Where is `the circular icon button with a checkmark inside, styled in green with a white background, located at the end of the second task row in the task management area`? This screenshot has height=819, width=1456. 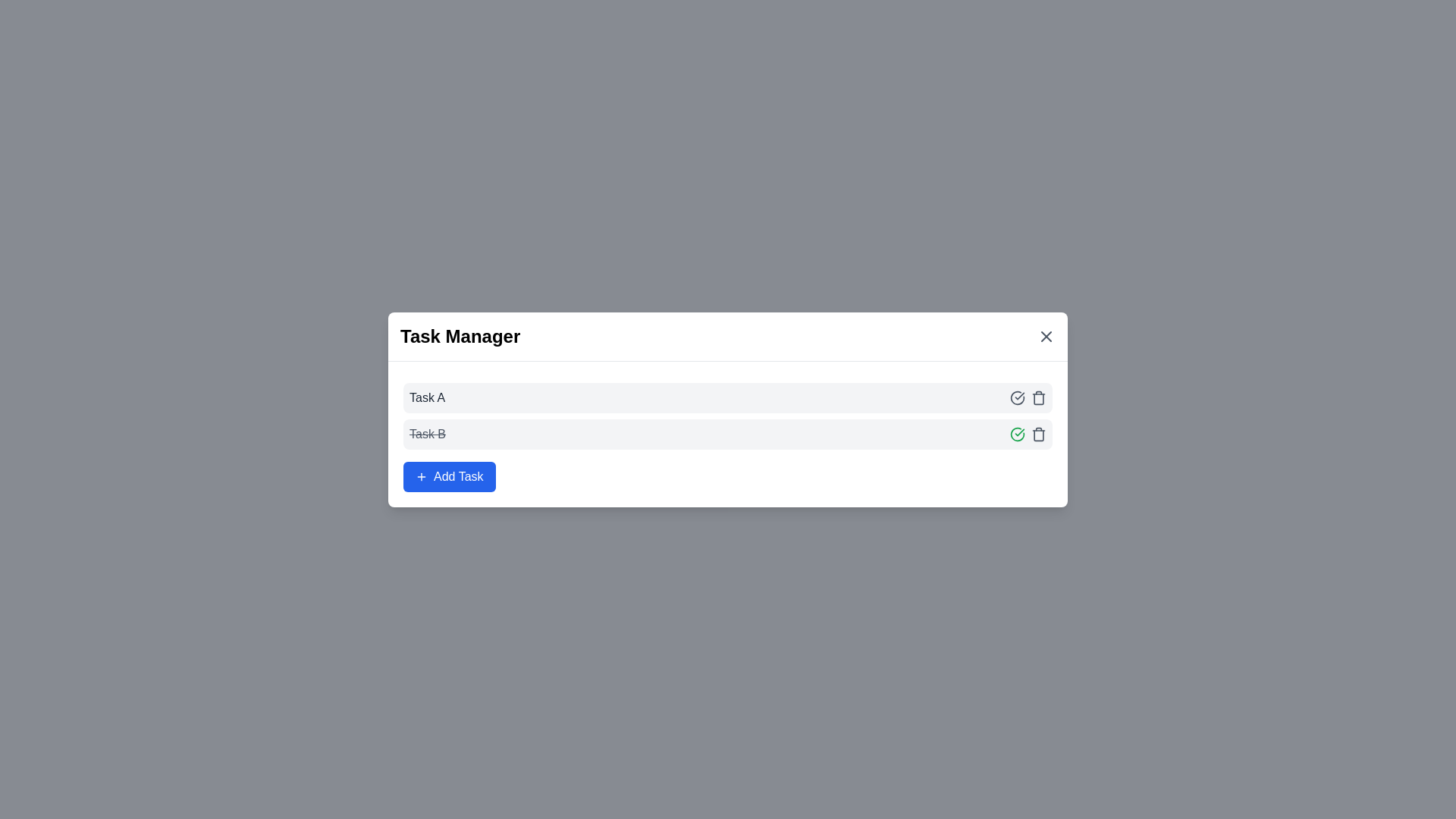
the circular icon button with a checkmark inside, styled in green with a white background, located at the end of the second task row in the task management area is located at coordinates (1018, 434).